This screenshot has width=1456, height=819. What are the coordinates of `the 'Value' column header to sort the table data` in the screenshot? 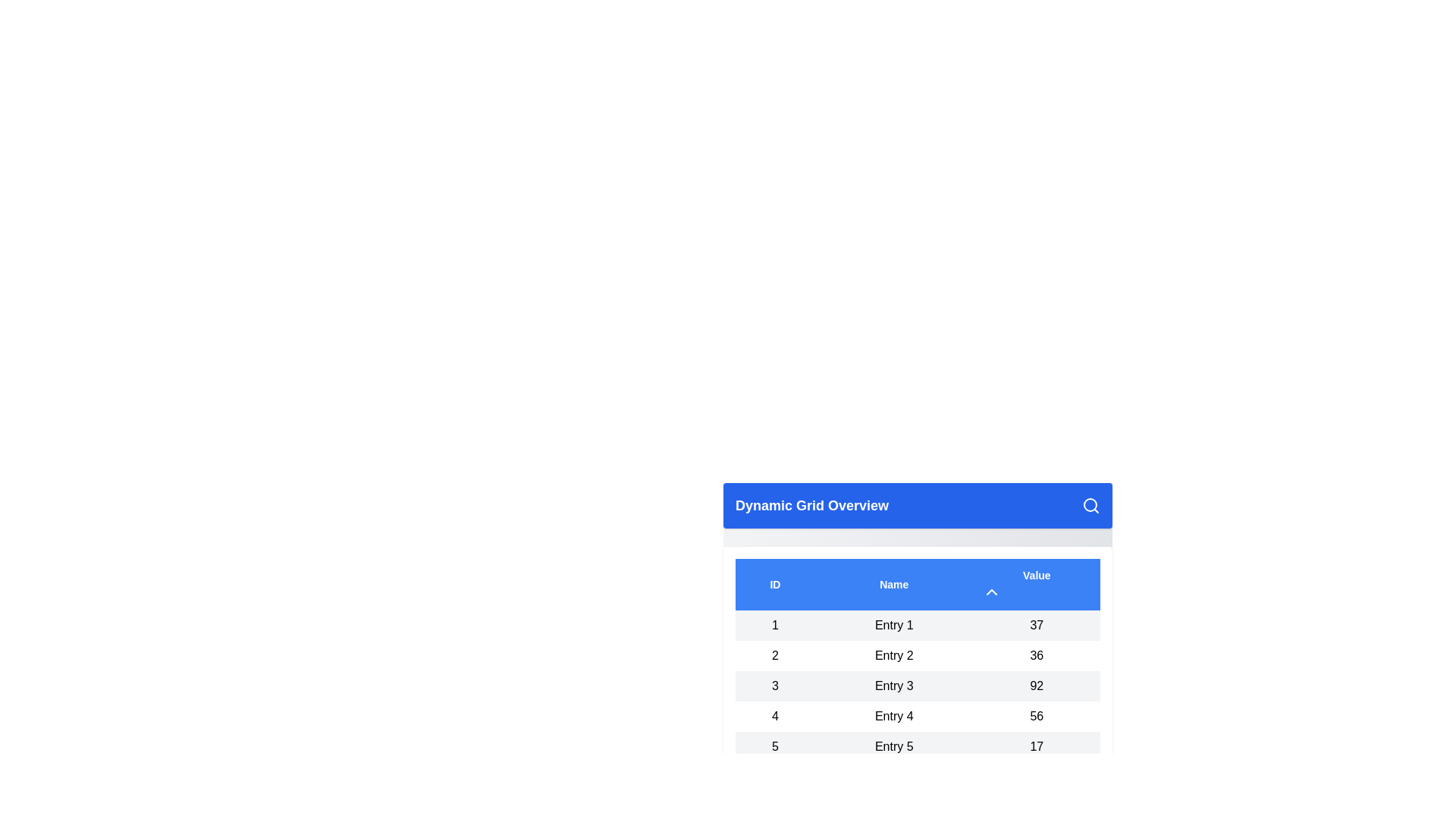 It's located at (1036, 584).